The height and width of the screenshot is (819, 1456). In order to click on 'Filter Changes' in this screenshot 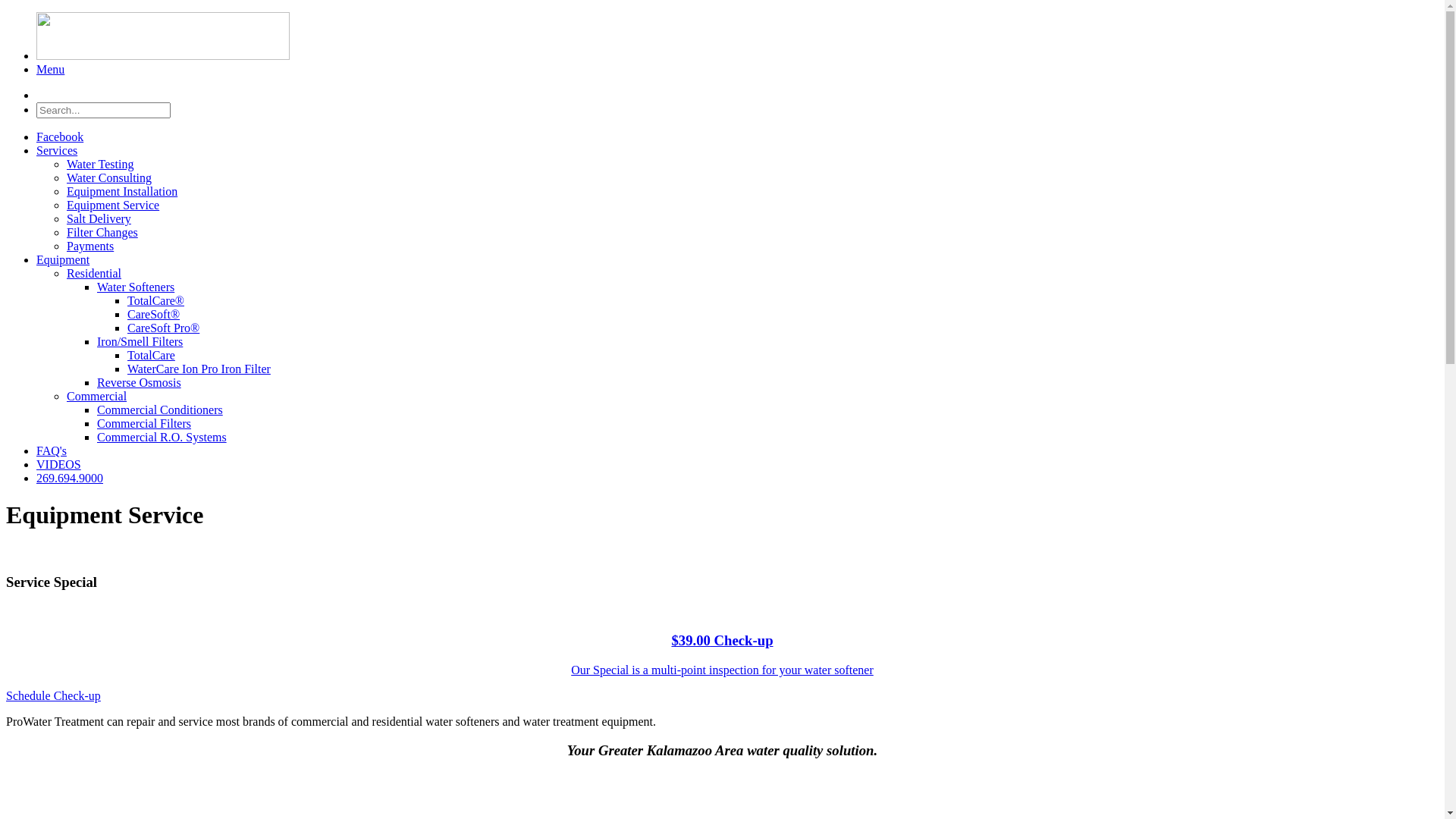, I will do `click(101, 232)`.